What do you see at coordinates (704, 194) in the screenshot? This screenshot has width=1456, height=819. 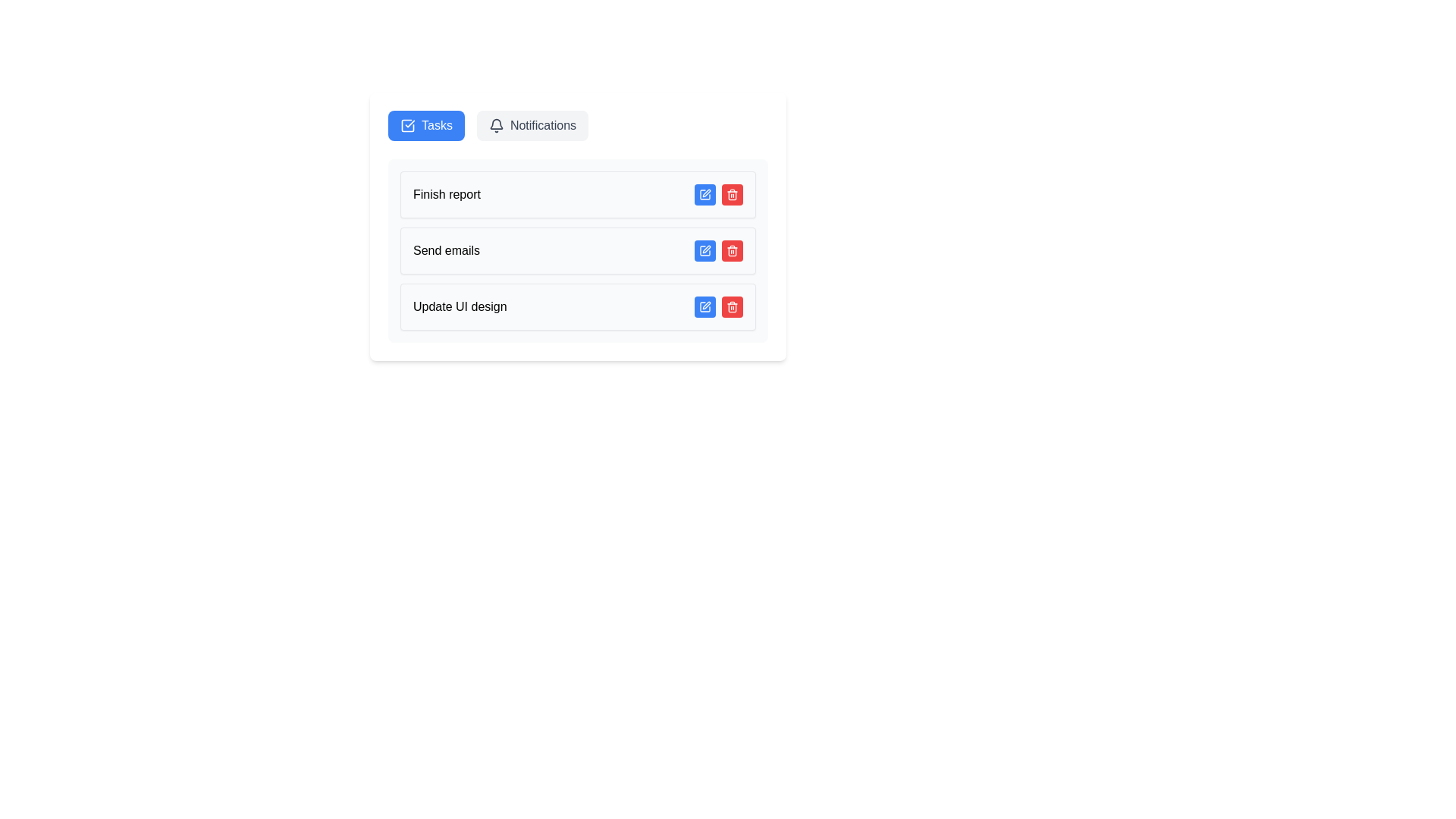 I see `the editing icon, which is a square outline with rounded corners located in the top-right corner of the first task in the vertical list` at bounding box center [704, 194].